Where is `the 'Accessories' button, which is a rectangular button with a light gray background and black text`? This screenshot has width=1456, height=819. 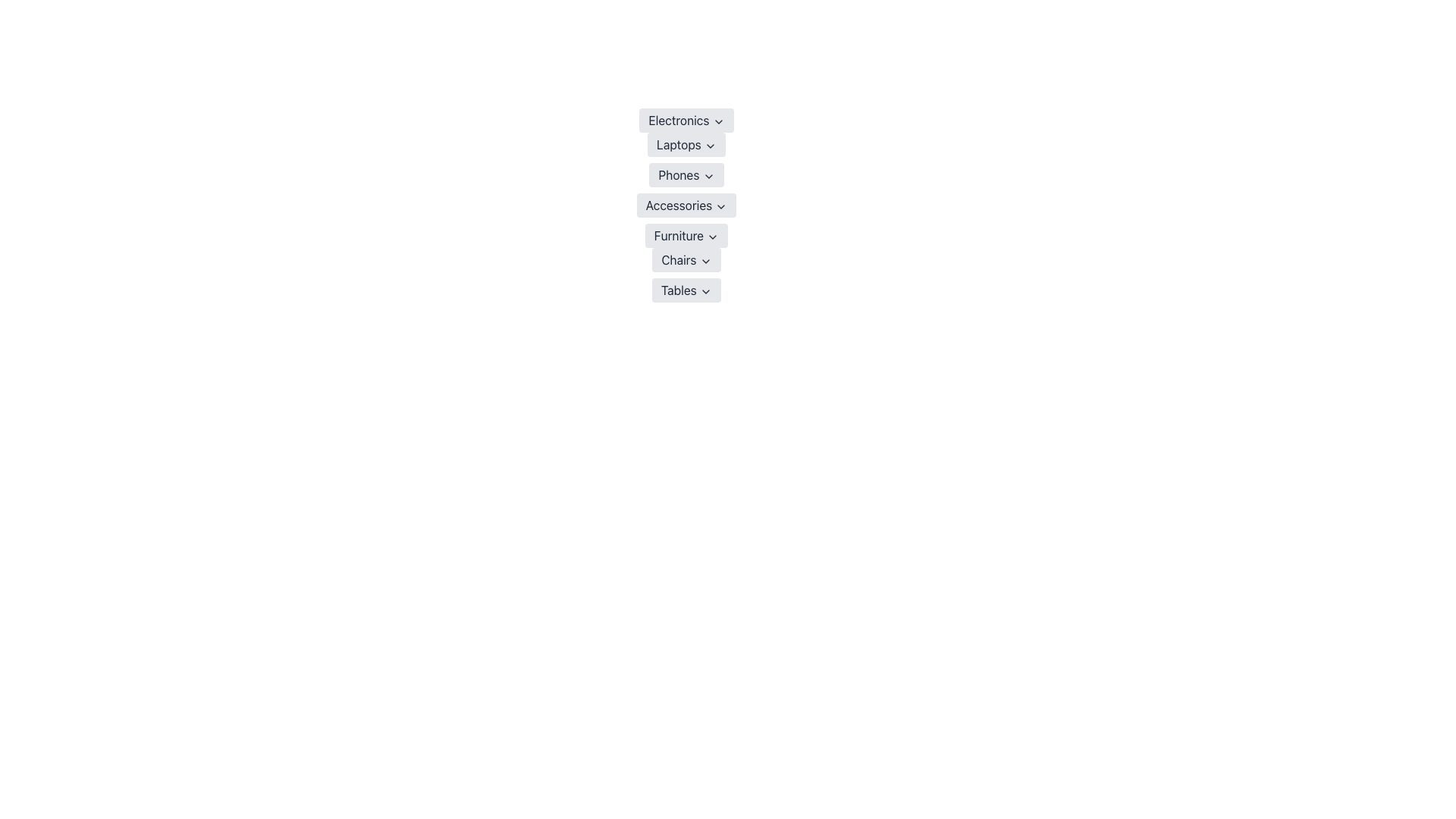
the 'Accessories' button, which is a rectangular button with a light gray background and black text is located at coordinates (686, 205).